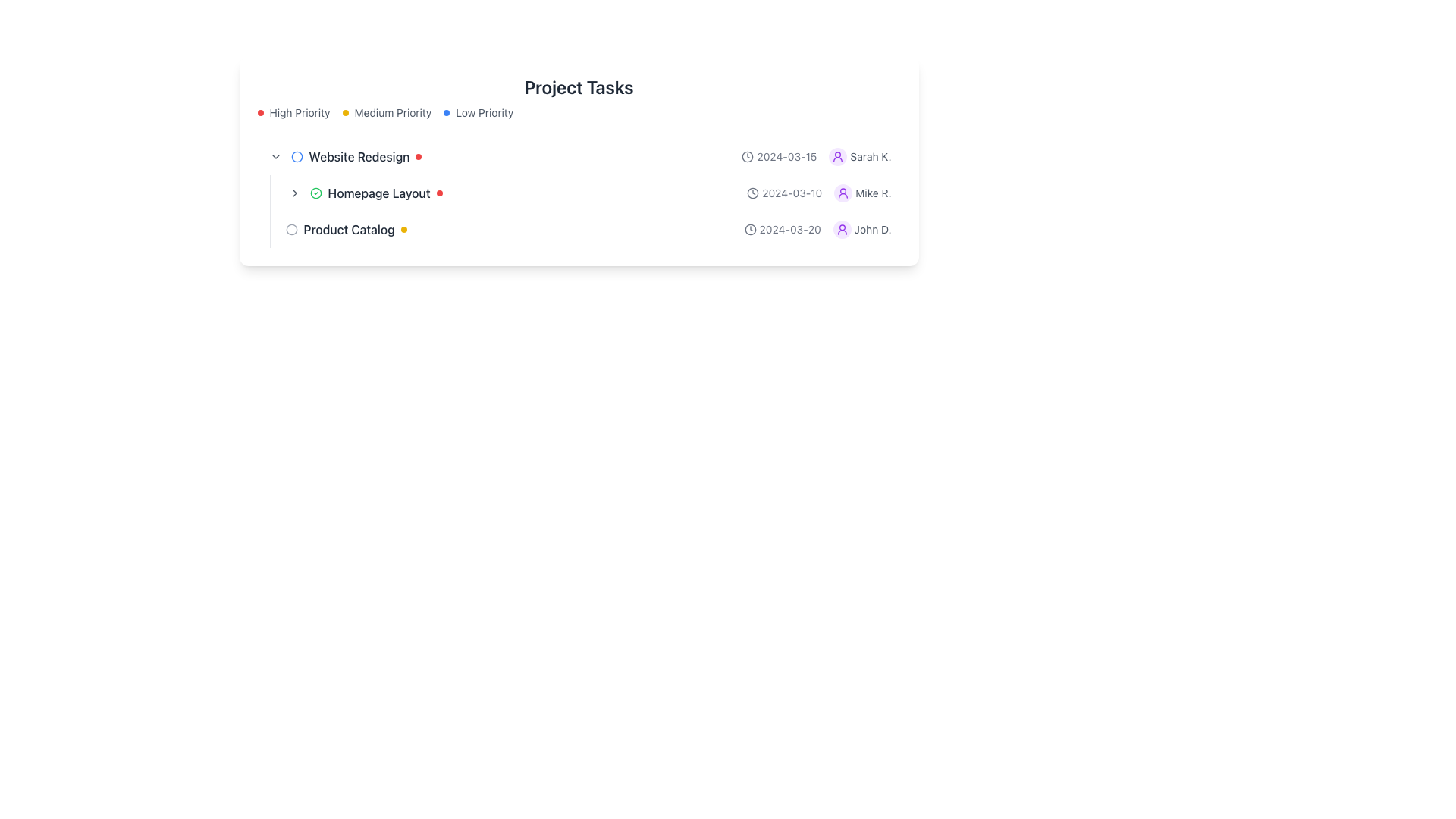 This screenshot has width=1456, height=819. Describe the element at coordinates (874, 192) in the screenshot. I see `text label 'Mike R.' which indicates the person responsible for the task 'Homepage Layout'` at that location.